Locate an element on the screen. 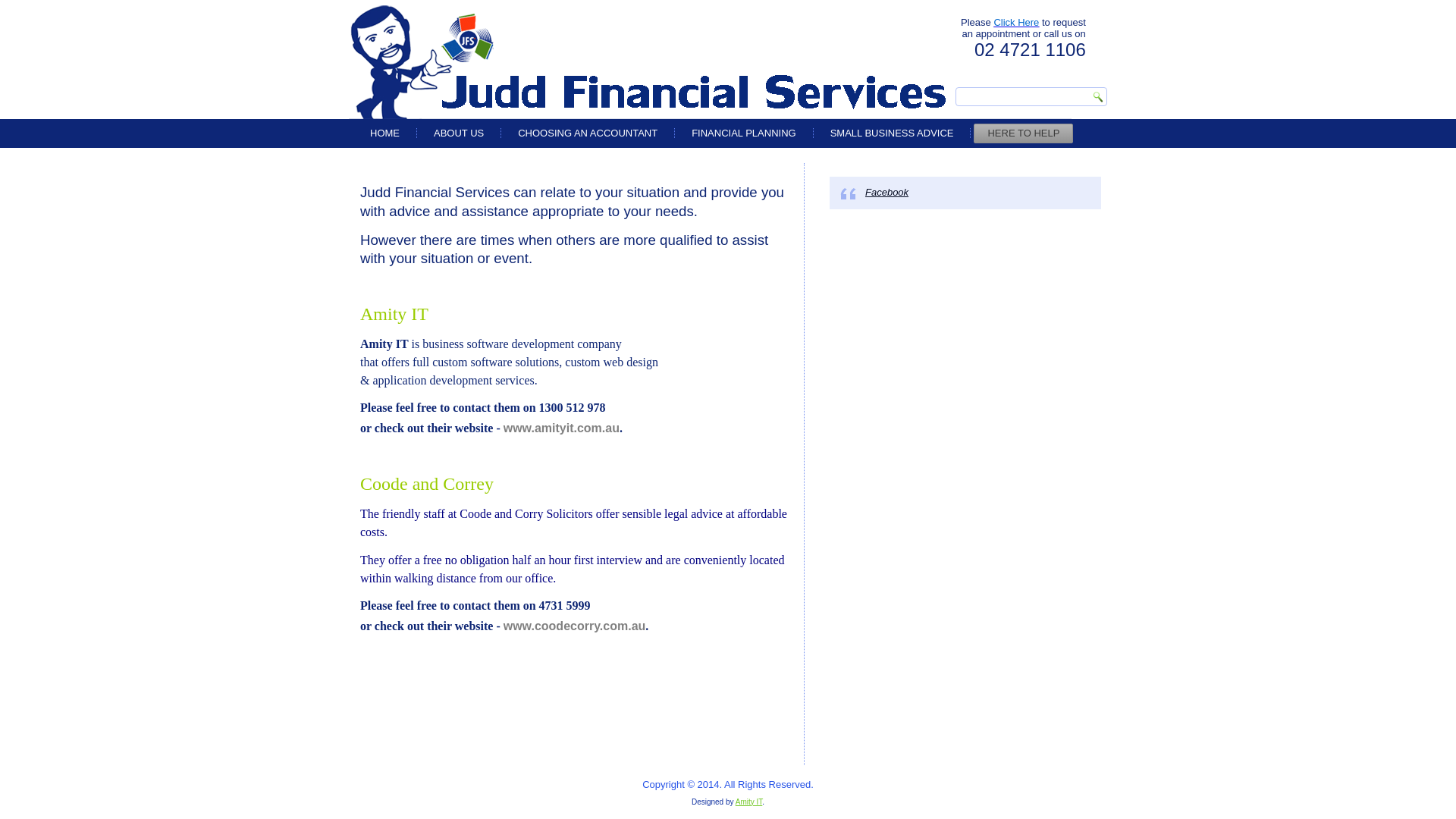  'HOME' is located at coordinates (384, 133).